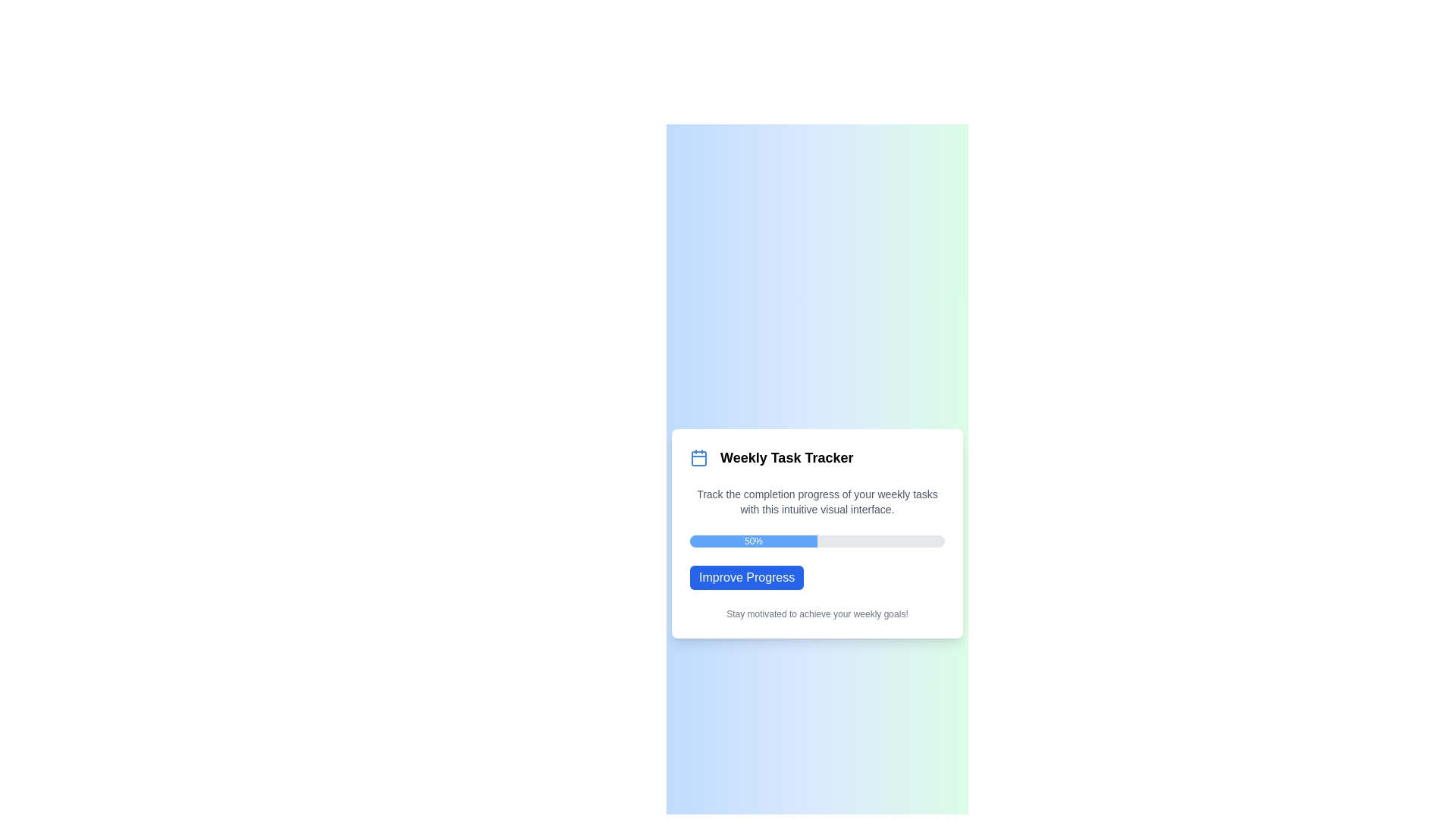 This screenshot has width=1456, height=819. I want to click on the calendar icon located to the left of the 'Weekly Task Tracker' text, serving as a visual indicator for scheduling or task tracking, so click(698, 457).